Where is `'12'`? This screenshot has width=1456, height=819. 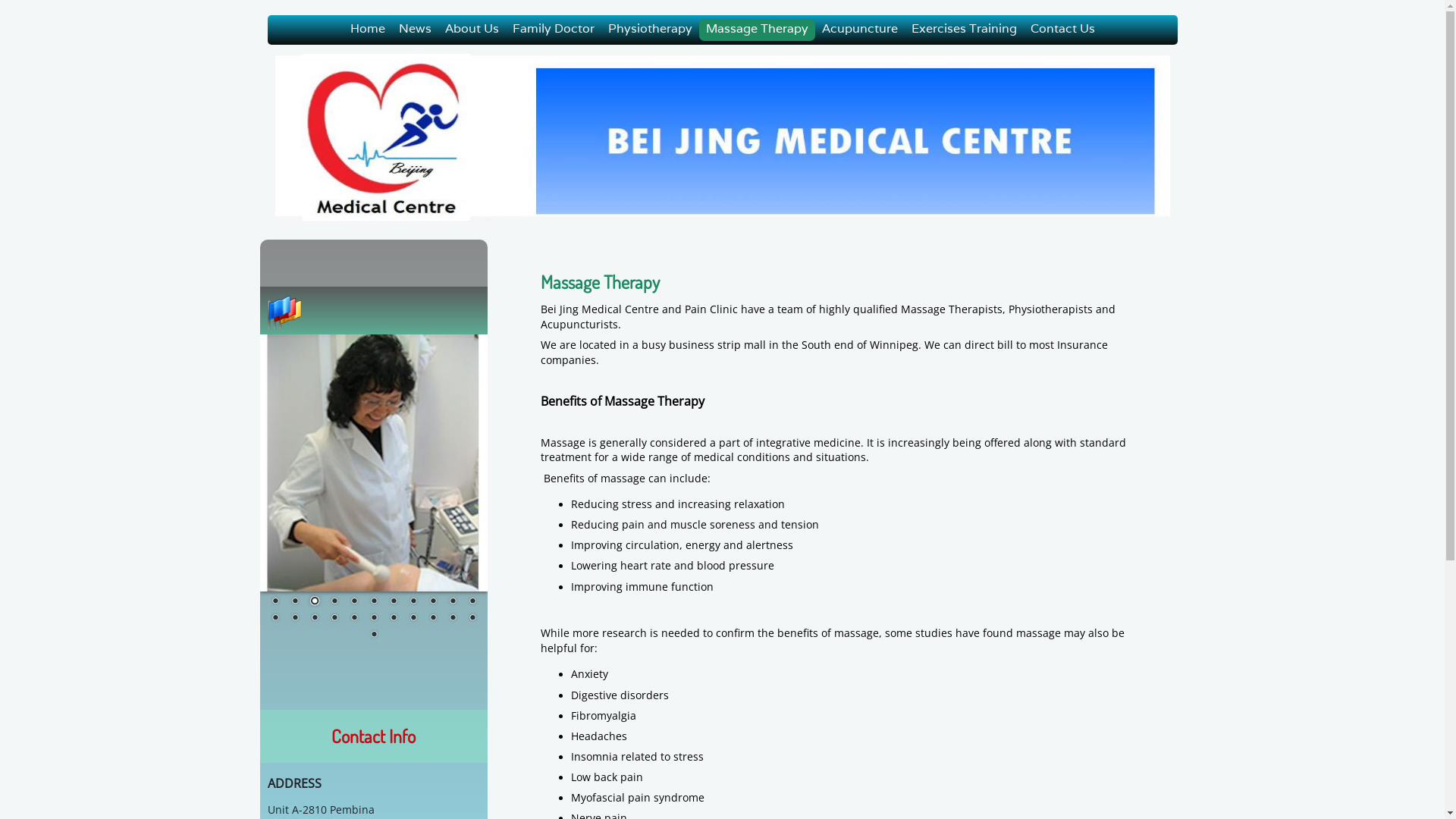
'12' is located at coordinates (266, 619).